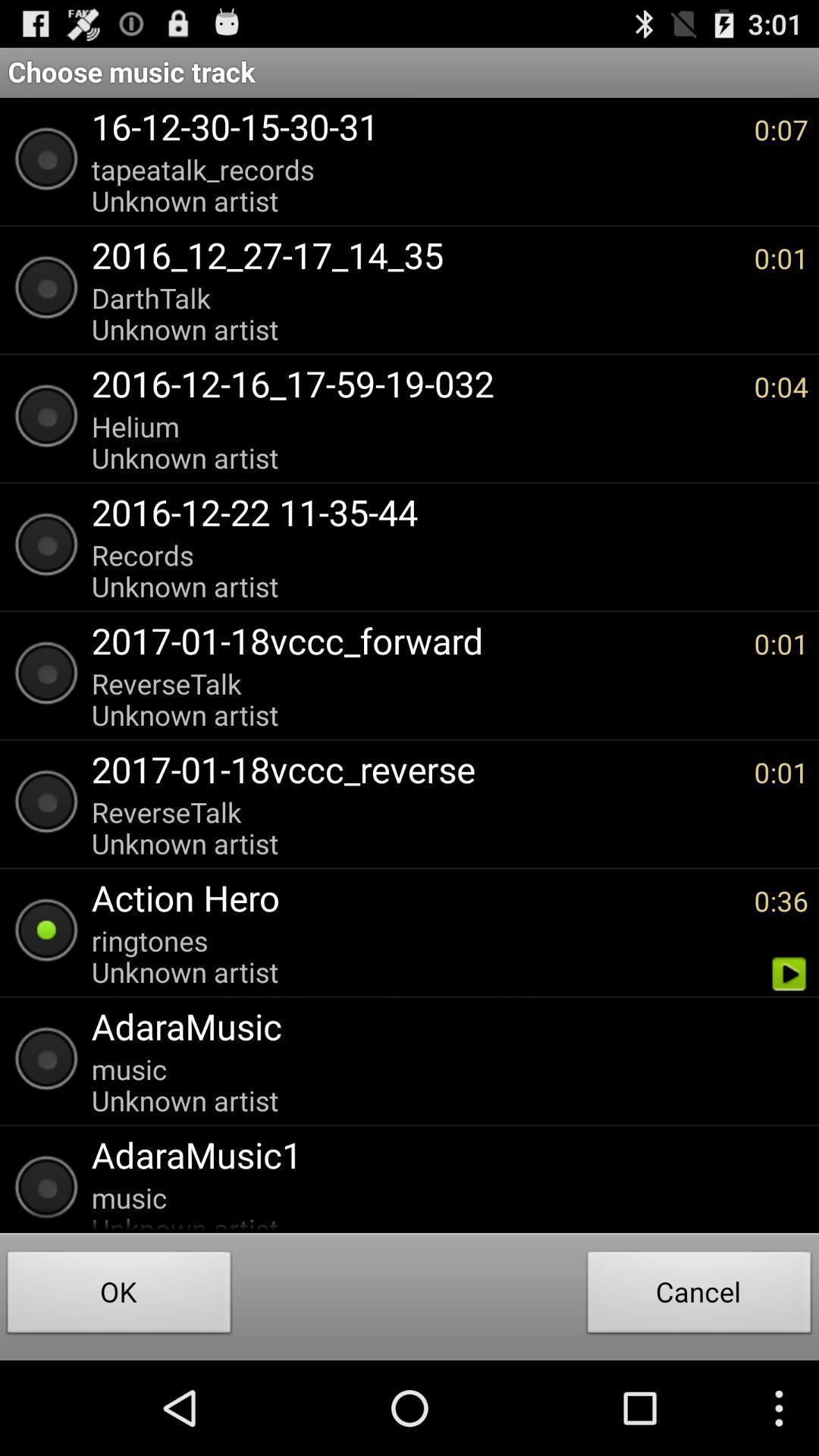 Image resolution: width=819 pixels, height=1456 pixels. I want to click on icon below the reversetalk, so click(415, 897).